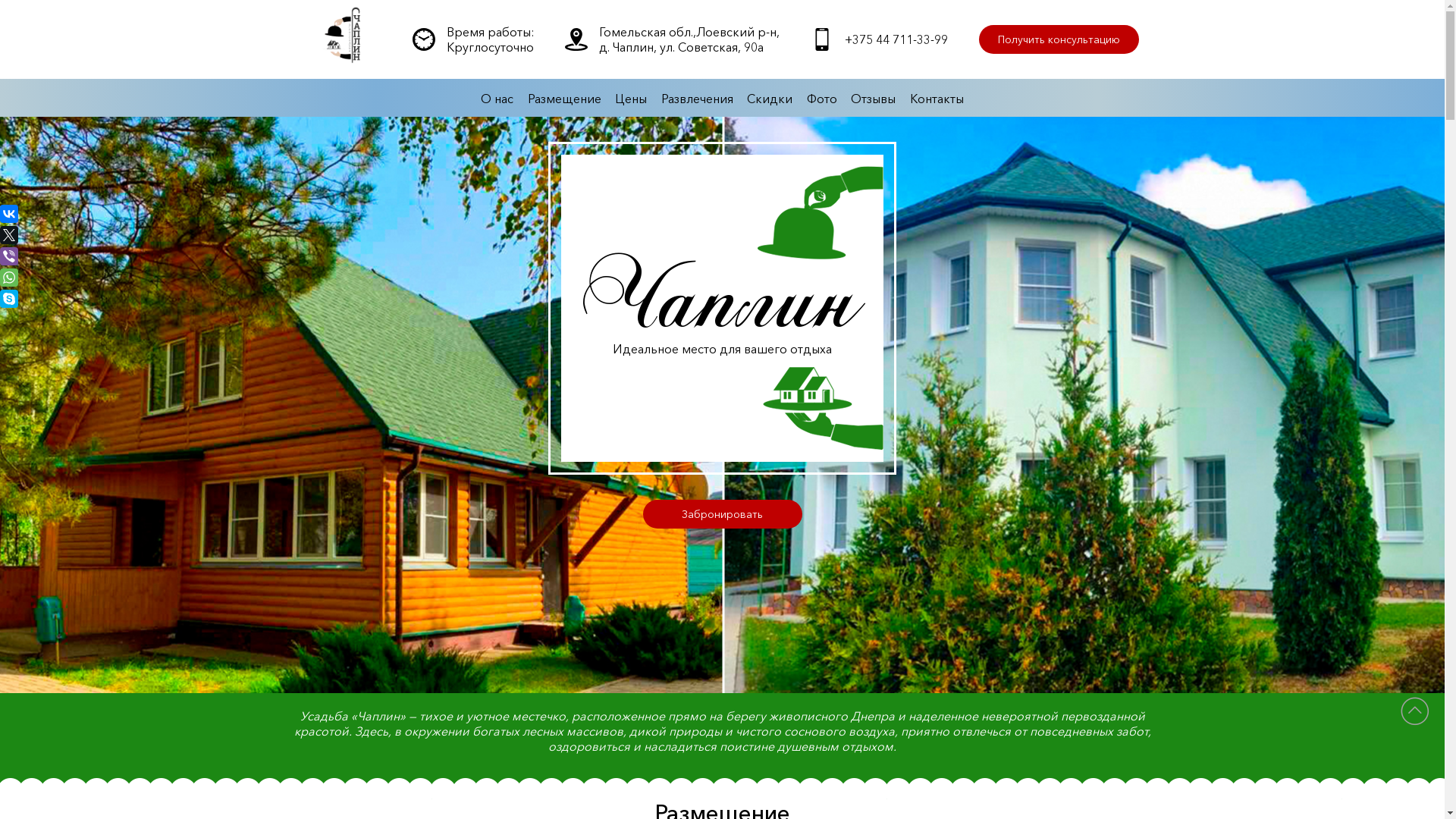  What do you see at coordinates (0, 234) in the screenshot?
I see `'Twitter'` at bounding box center [0, 234].